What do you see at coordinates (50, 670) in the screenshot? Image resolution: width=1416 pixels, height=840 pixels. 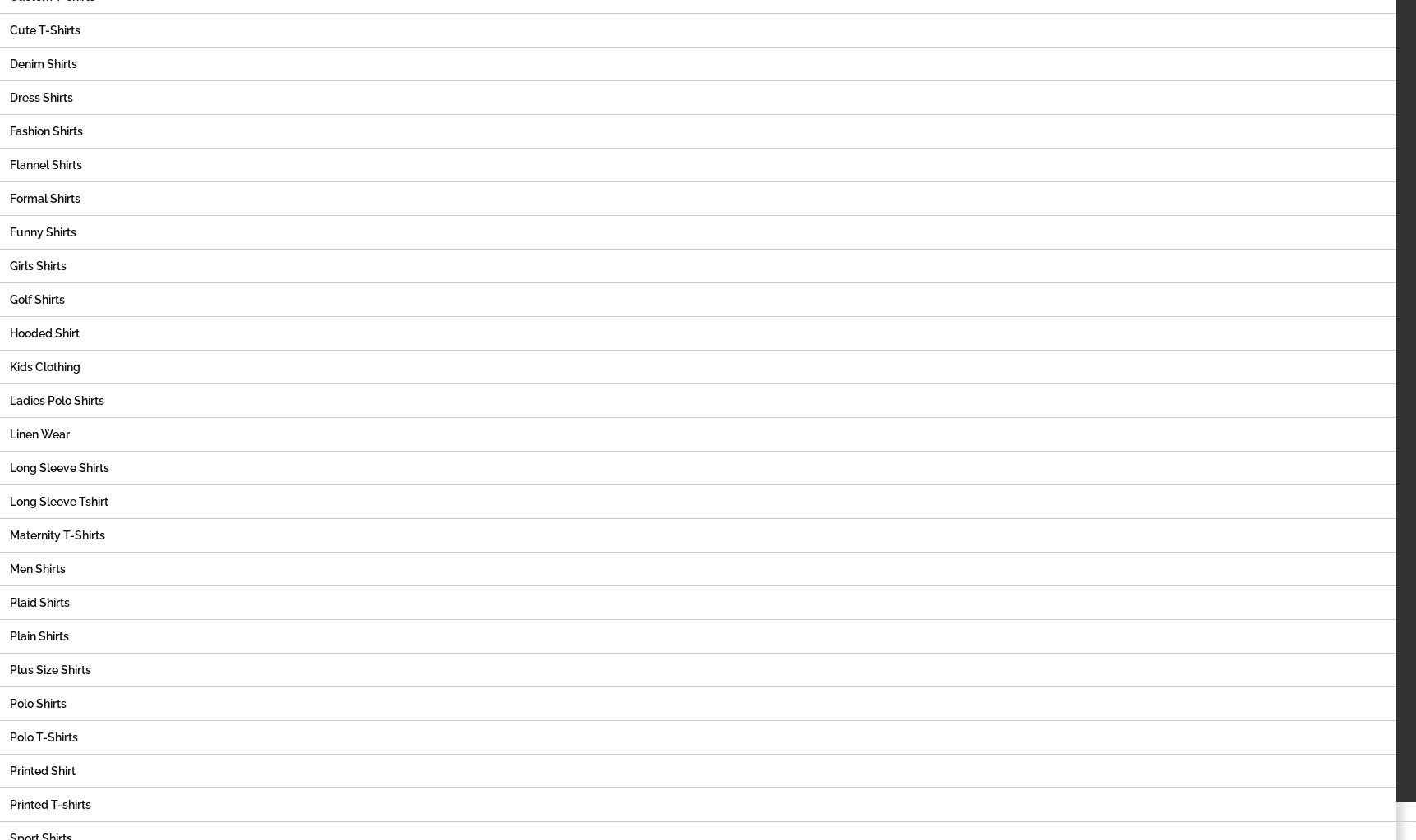 I see `'Plus Size Shirts'` at bounding box center [50, 670].